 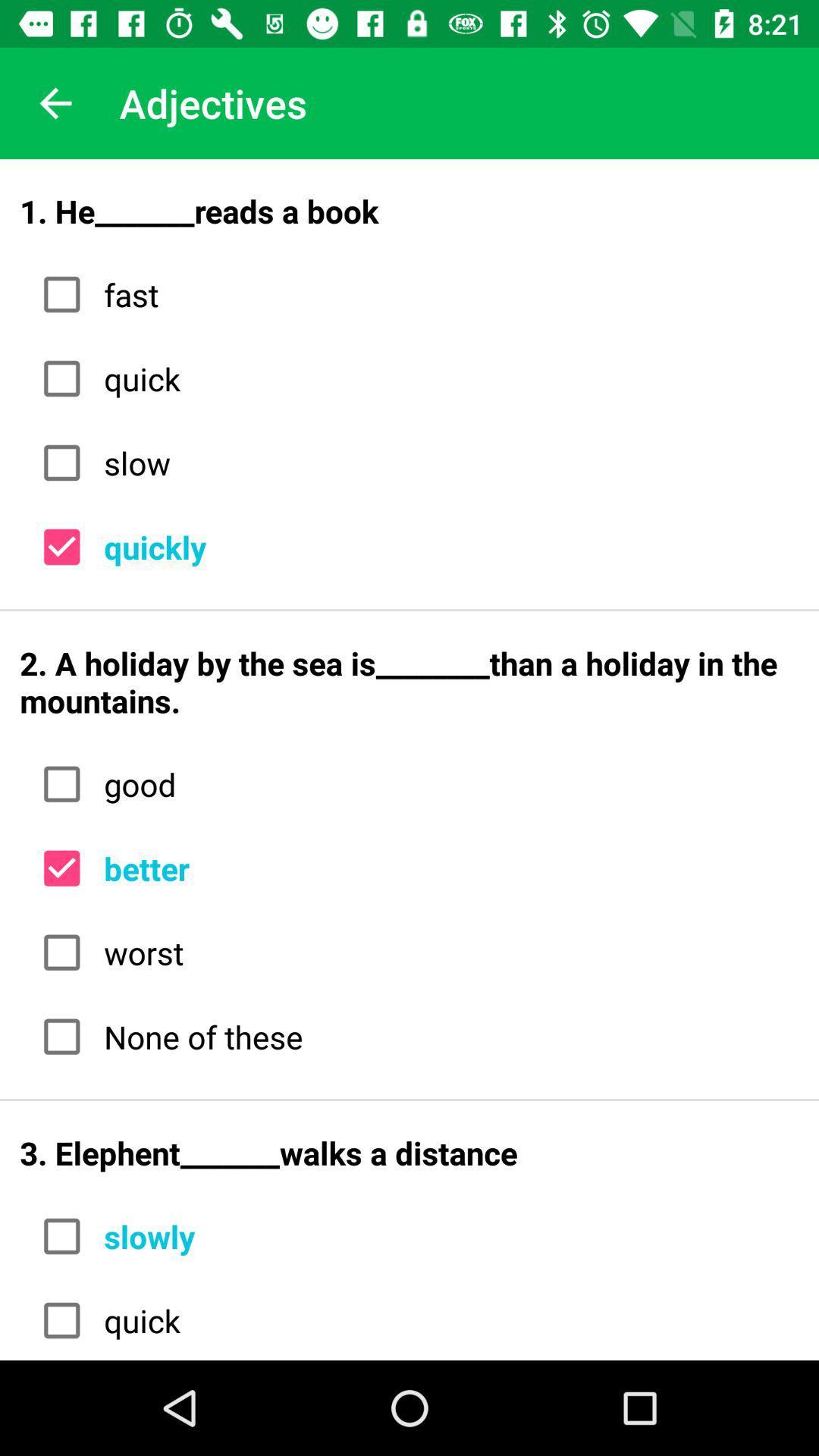 I want to click on the item above the quick, so click(x=445, y=294).